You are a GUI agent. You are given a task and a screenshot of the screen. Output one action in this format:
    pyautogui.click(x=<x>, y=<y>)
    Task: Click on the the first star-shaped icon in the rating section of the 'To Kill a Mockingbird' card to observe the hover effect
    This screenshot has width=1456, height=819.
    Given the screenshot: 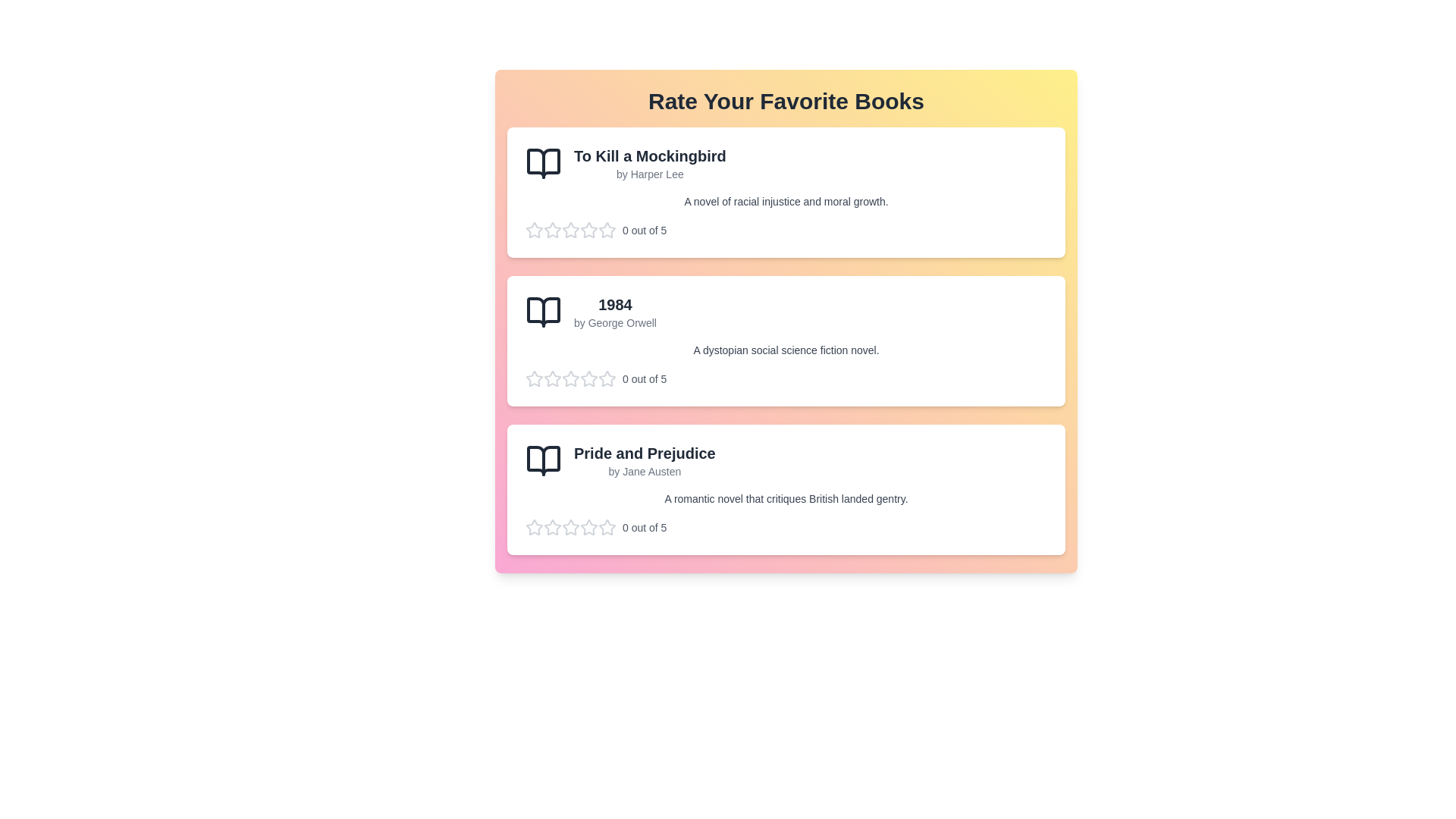 What is the action you would take?
    pyautogui.click(x=535, y=231)
    